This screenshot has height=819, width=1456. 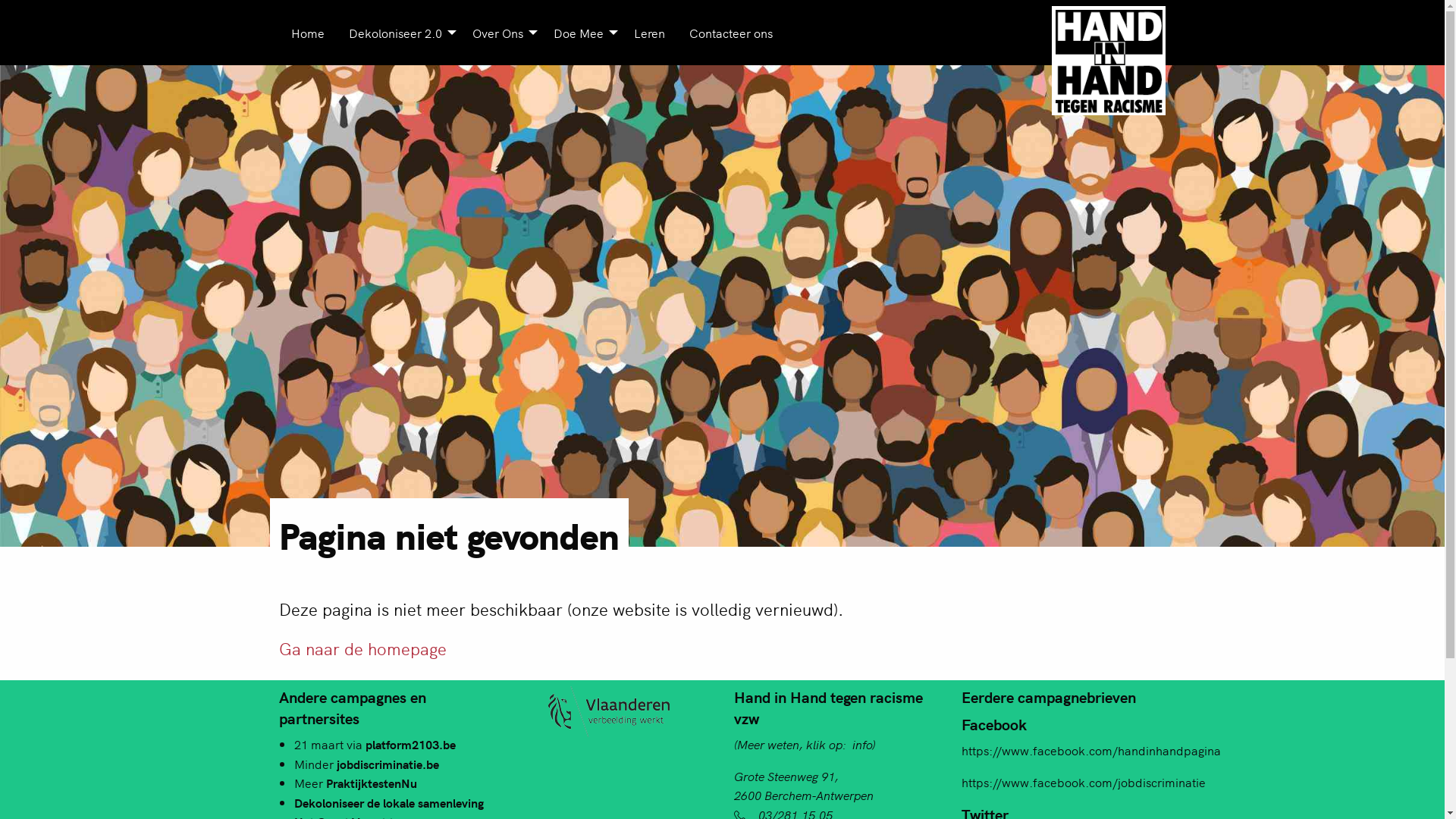 What do you see at coordinates (862, 742) in the screenshot?
I see `'info'` at bounding box center [862, 742].